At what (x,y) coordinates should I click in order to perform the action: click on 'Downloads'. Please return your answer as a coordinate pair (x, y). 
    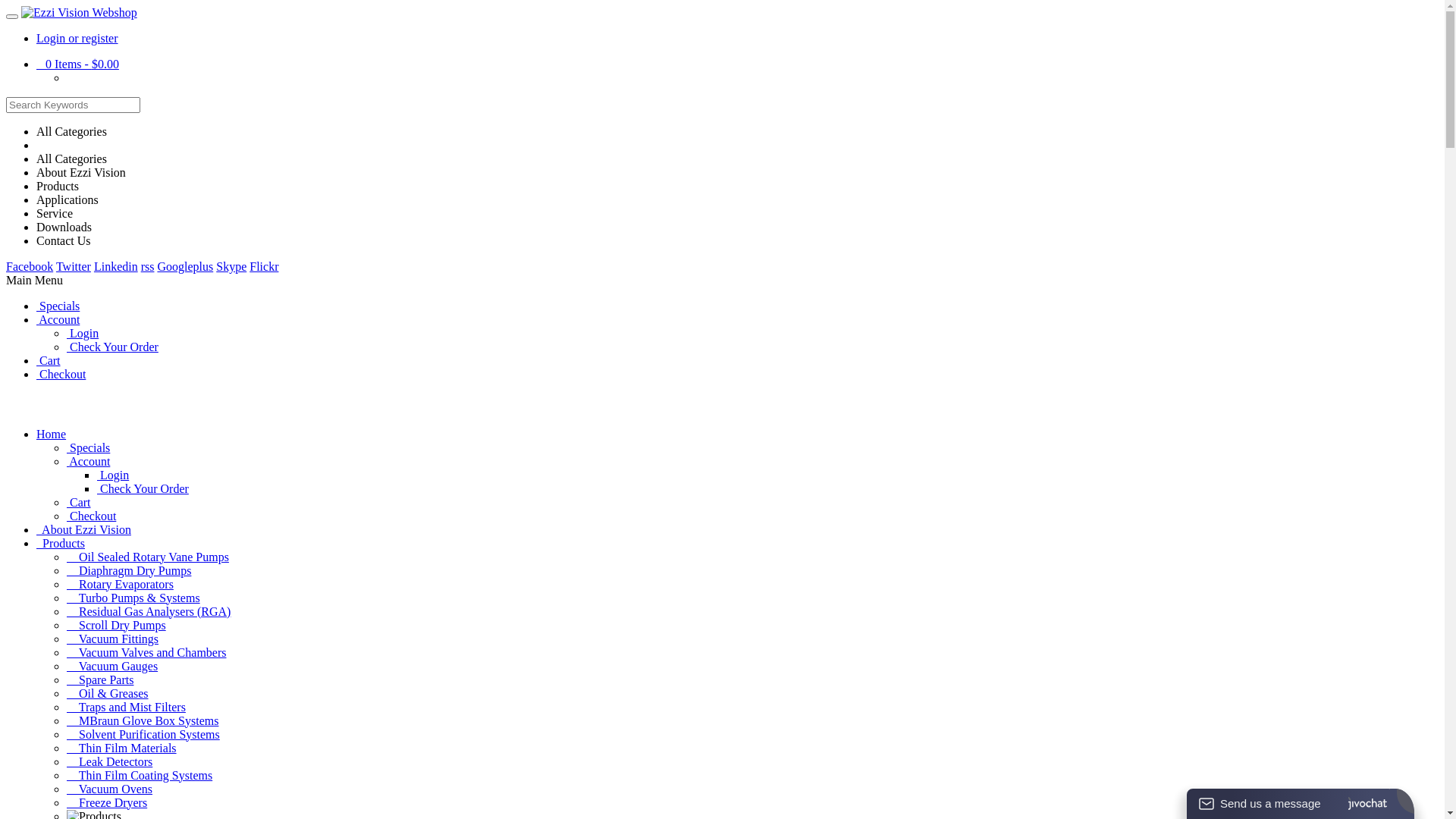
    Looking at the image, I should click on (63, 227).